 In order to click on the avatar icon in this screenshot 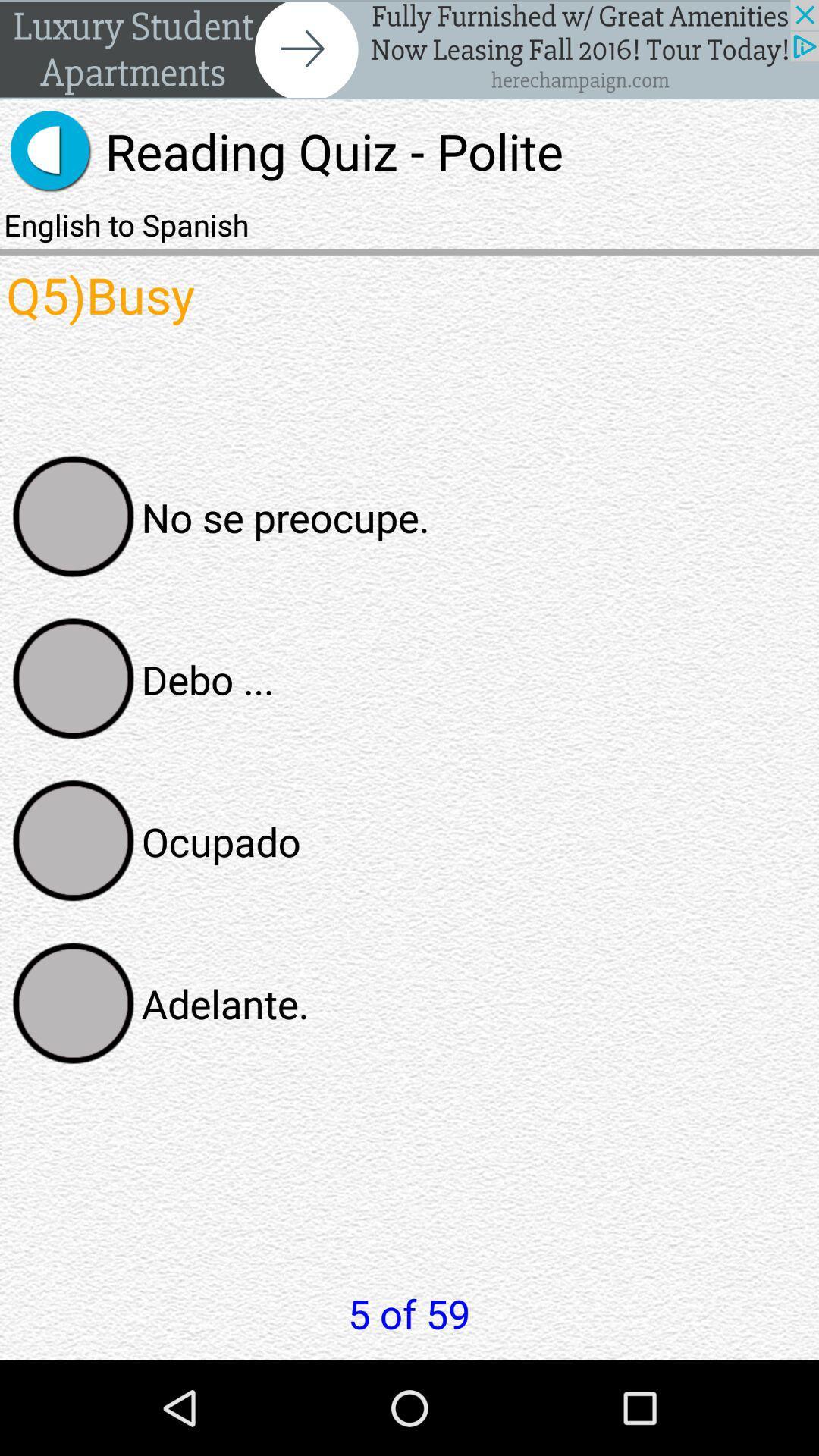, I will do `click(74, 726)`.